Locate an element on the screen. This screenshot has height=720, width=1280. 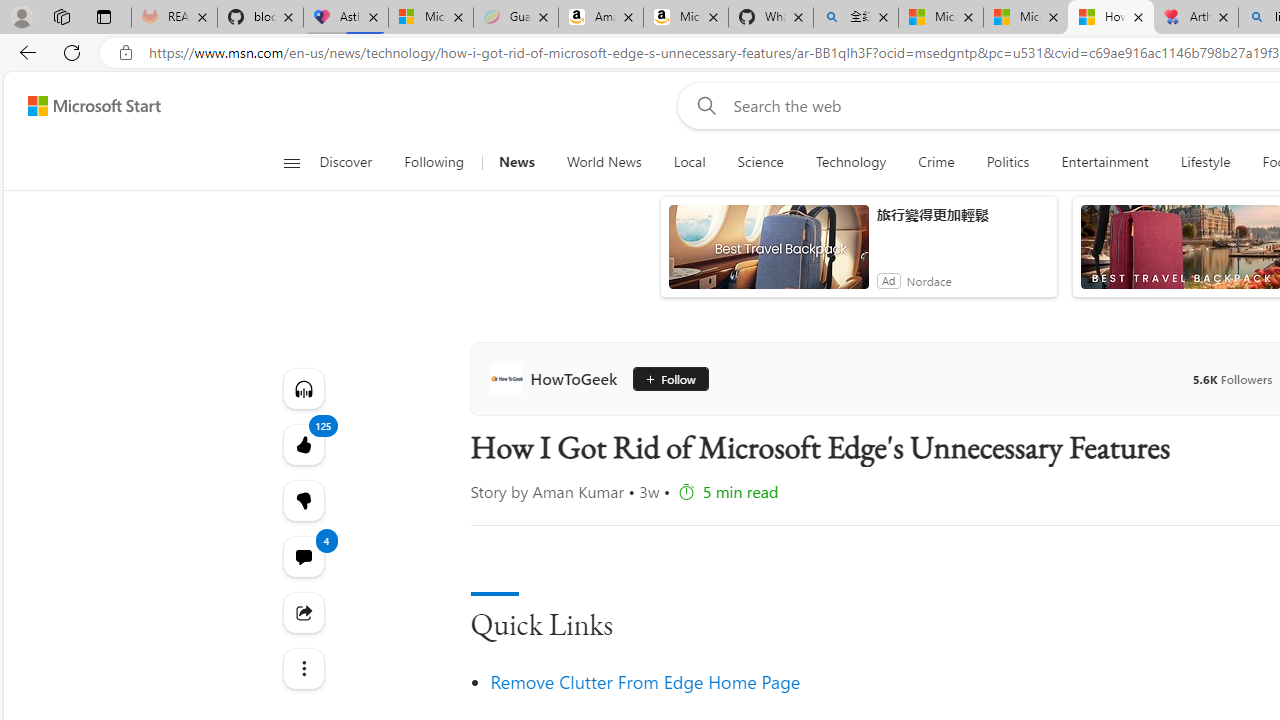
'Politics' is located at coordinates (1008, 162).